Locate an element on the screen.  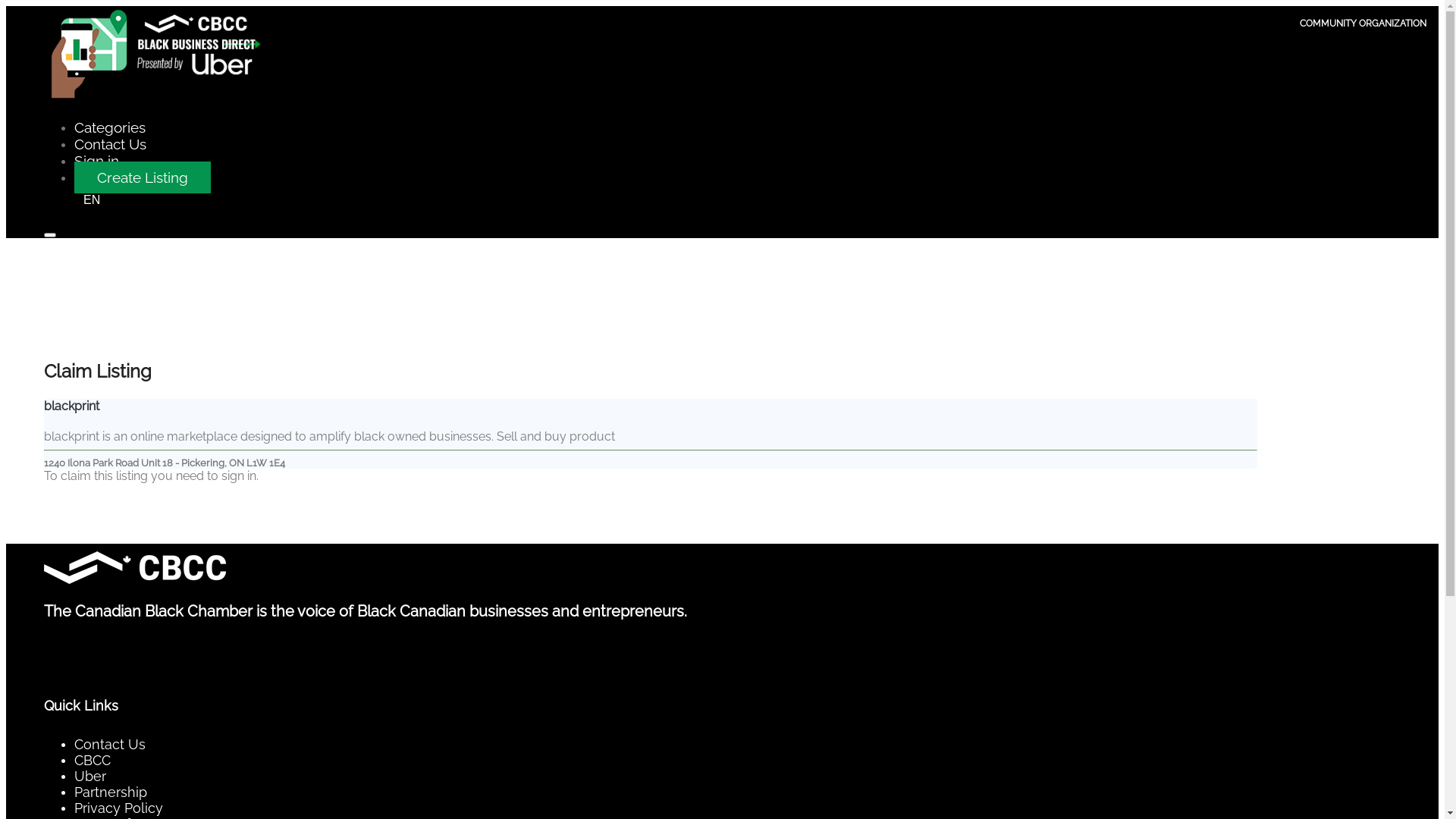
'CBCC' is located at coordinates (73, 760).